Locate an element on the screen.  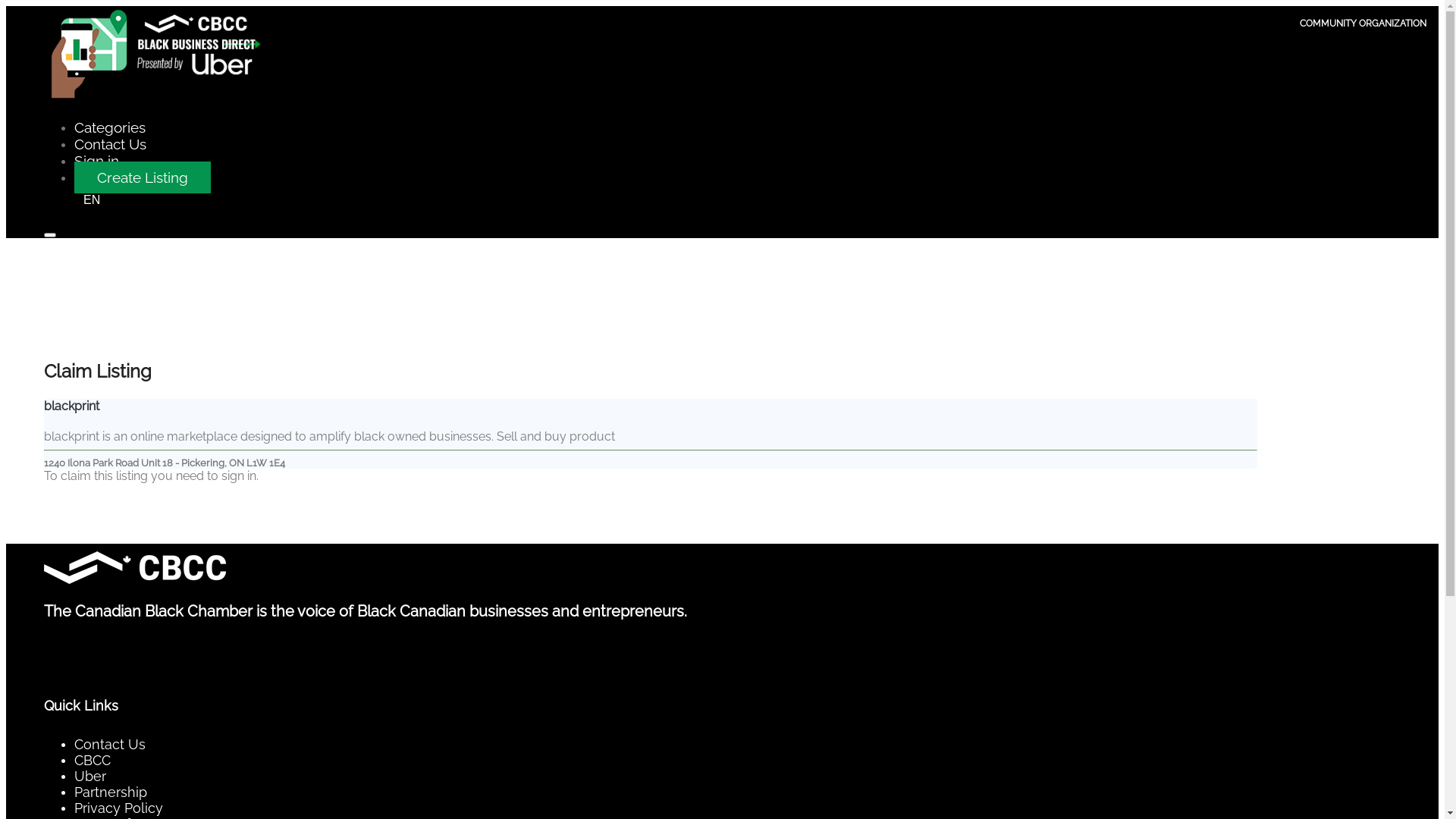
'CBCC' is located at coordinates (73, 760).